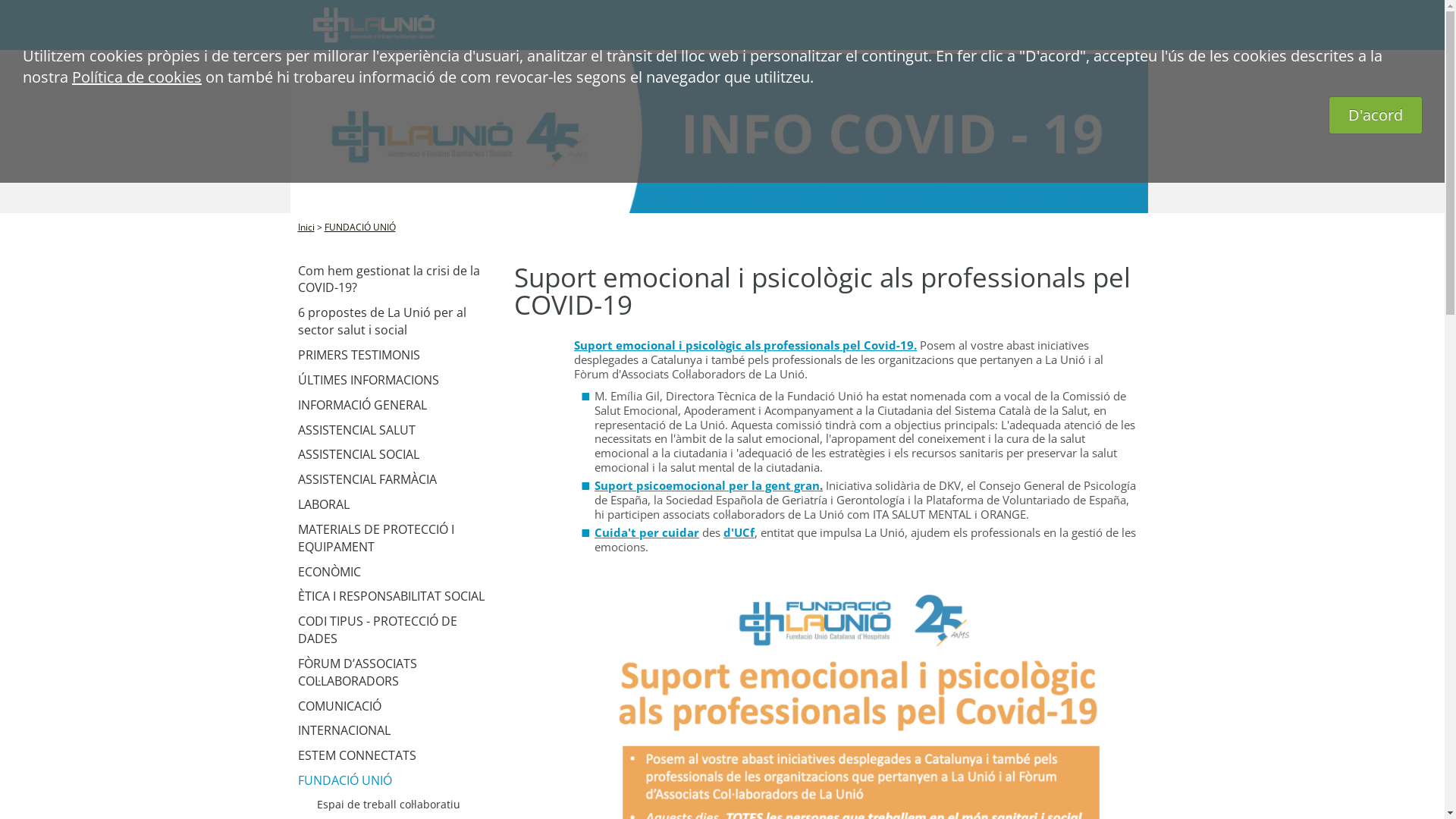  Describe the element at coordinates (397, 504) in the screenshot. I see `'LABORAL'` at that location.